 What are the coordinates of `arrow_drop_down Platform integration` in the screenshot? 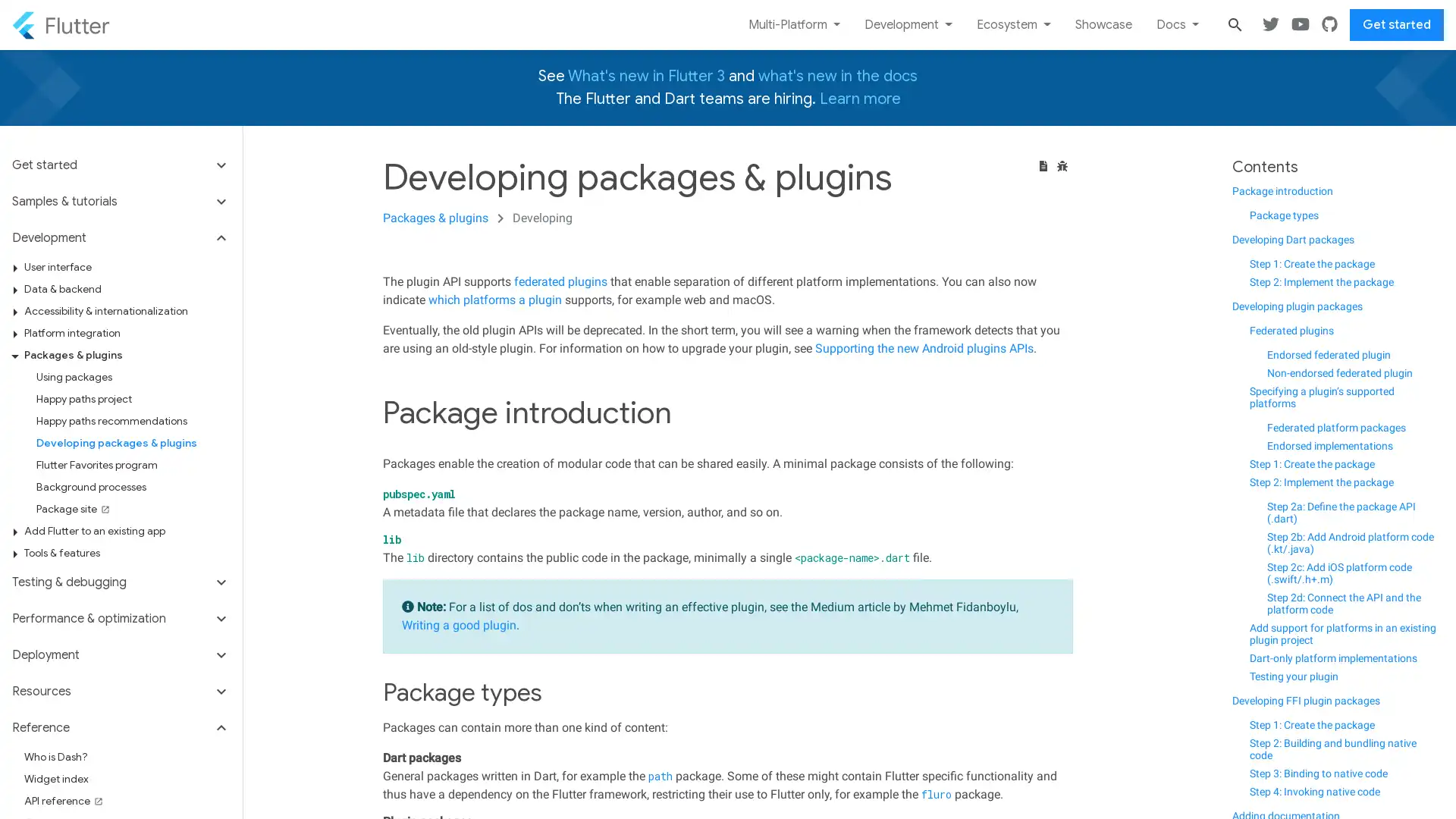 It's located at (127, 332).